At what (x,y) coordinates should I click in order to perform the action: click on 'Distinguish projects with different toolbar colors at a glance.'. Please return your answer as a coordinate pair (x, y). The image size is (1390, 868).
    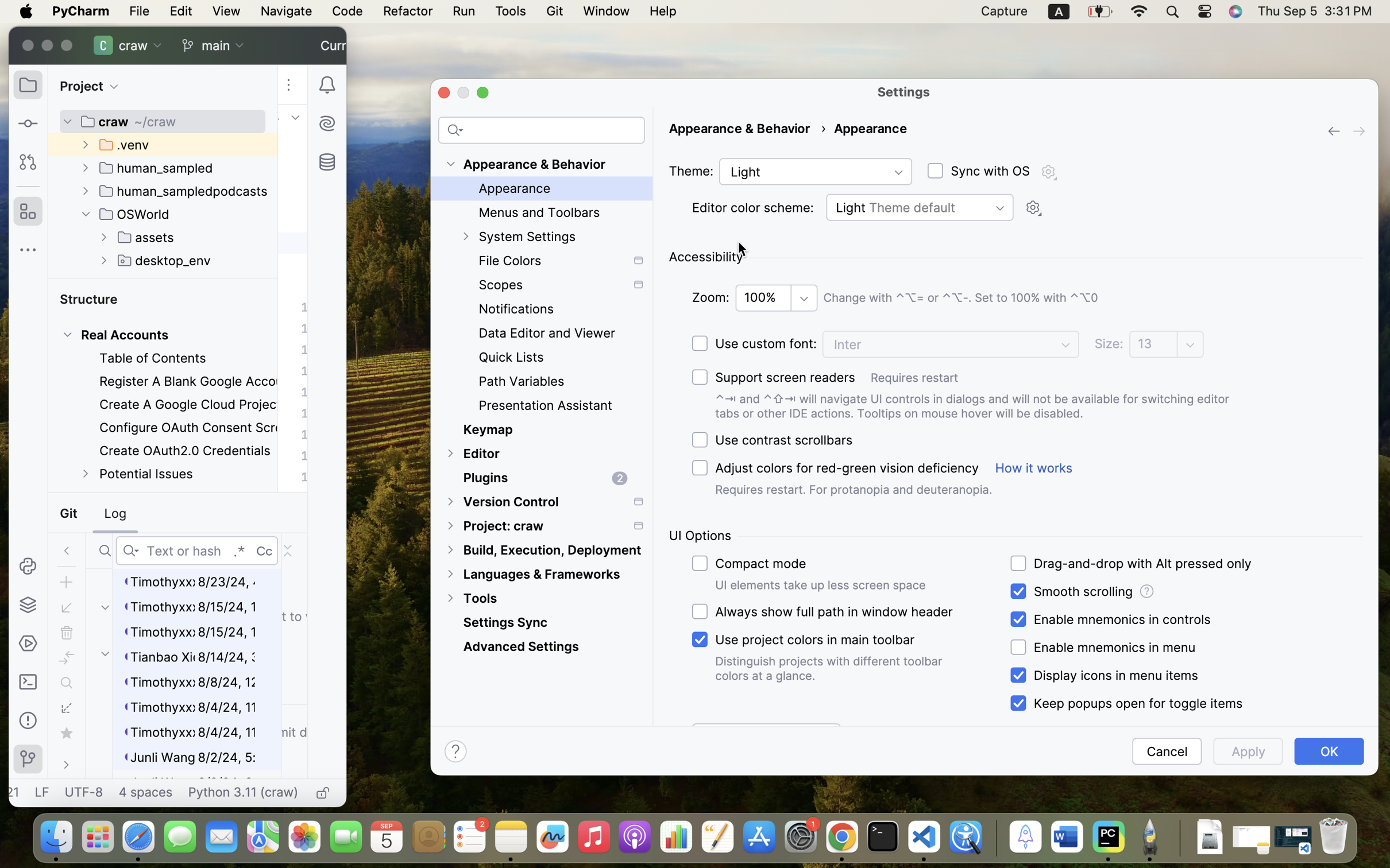
    Looking at the image, I should click on (830, 668).